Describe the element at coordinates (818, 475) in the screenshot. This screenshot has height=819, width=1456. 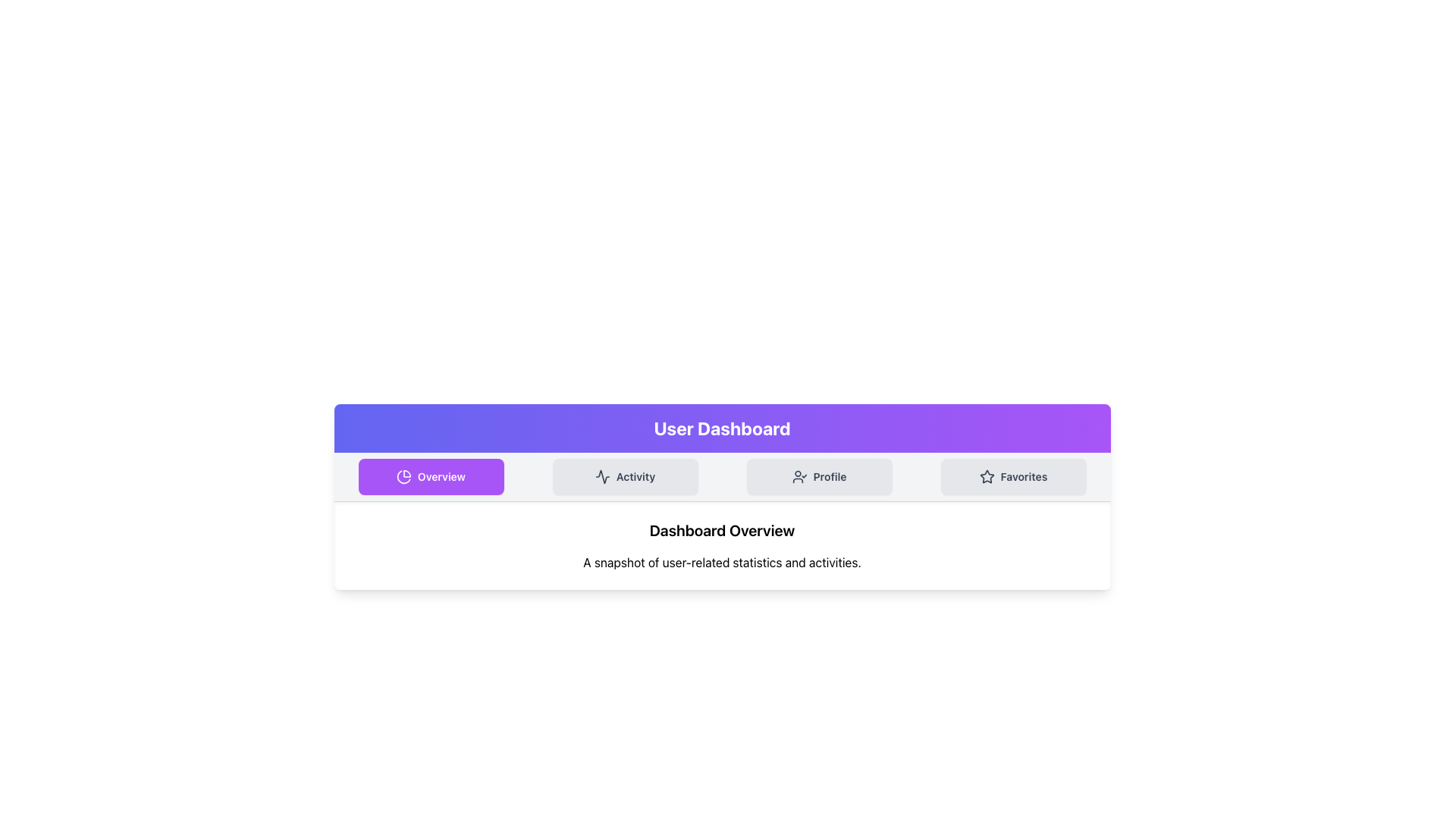
I see `the 'Profile' button located in the horizontal navigation bar under the 'User Dashboard' title` at that location.